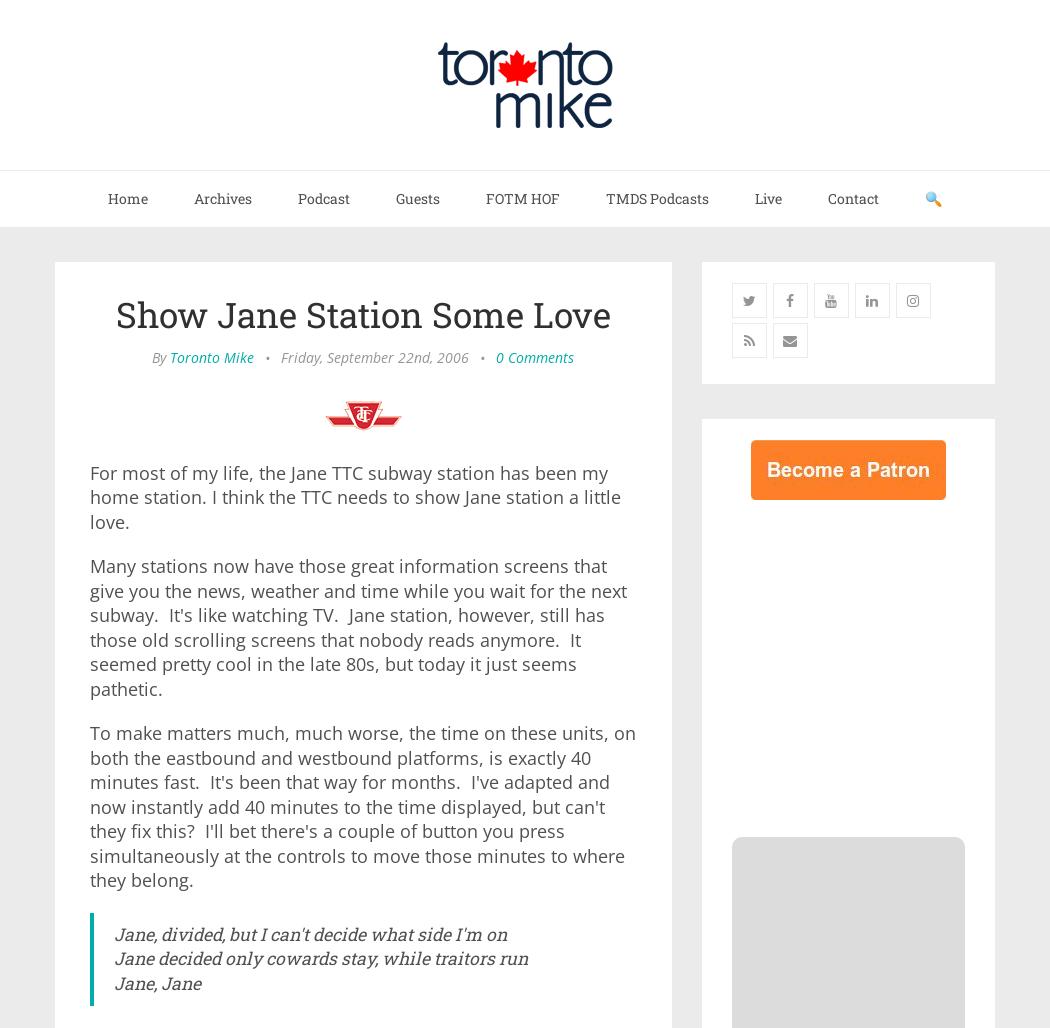  Describe the element at coordinates (656, 197) in the screenshot. I see `'TMDS Podcasts'` at that location.